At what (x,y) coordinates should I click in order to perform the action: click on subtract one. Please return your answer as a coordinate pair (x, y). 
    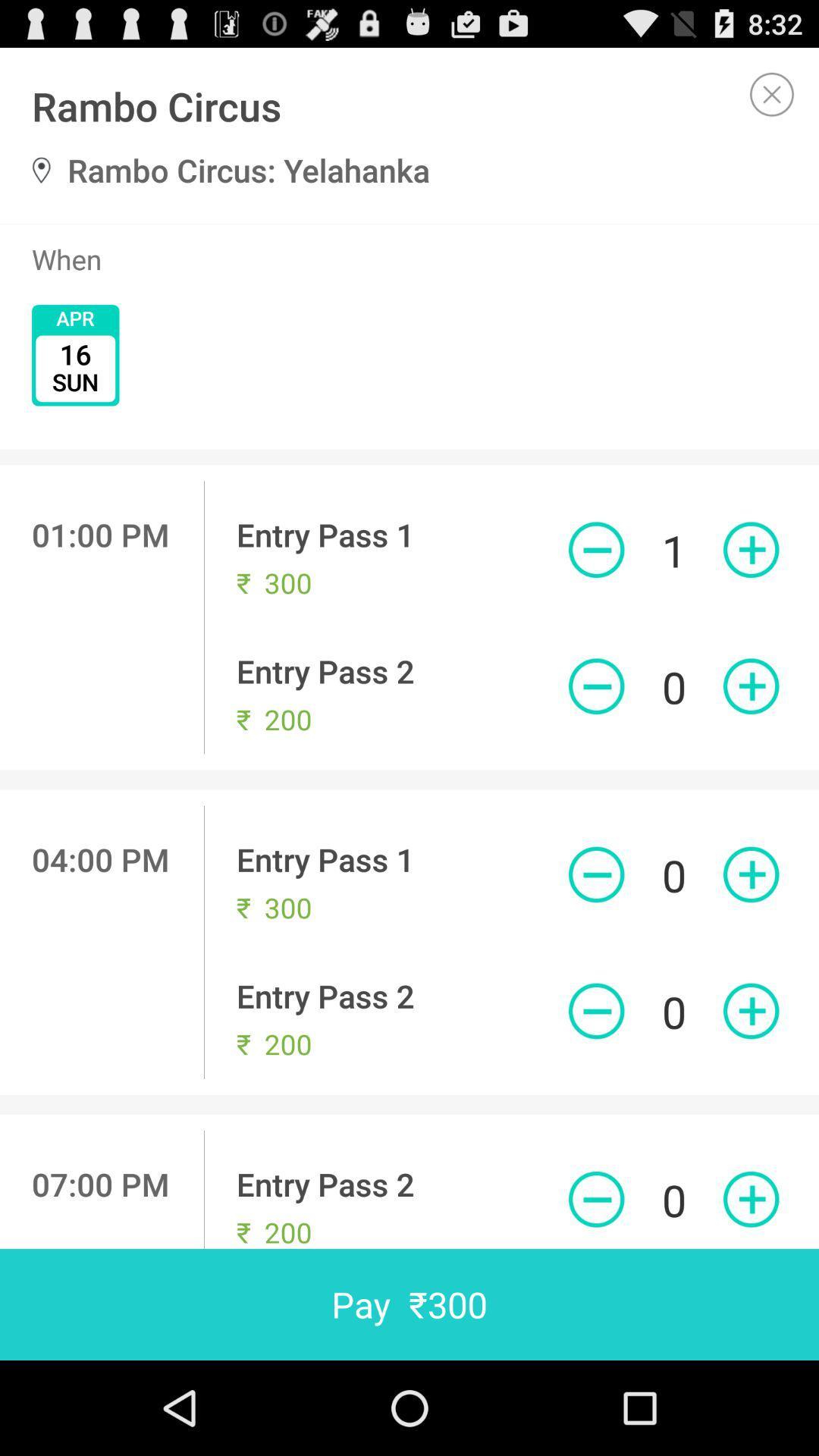
    Looking at the image, I should click on (595, 1011).